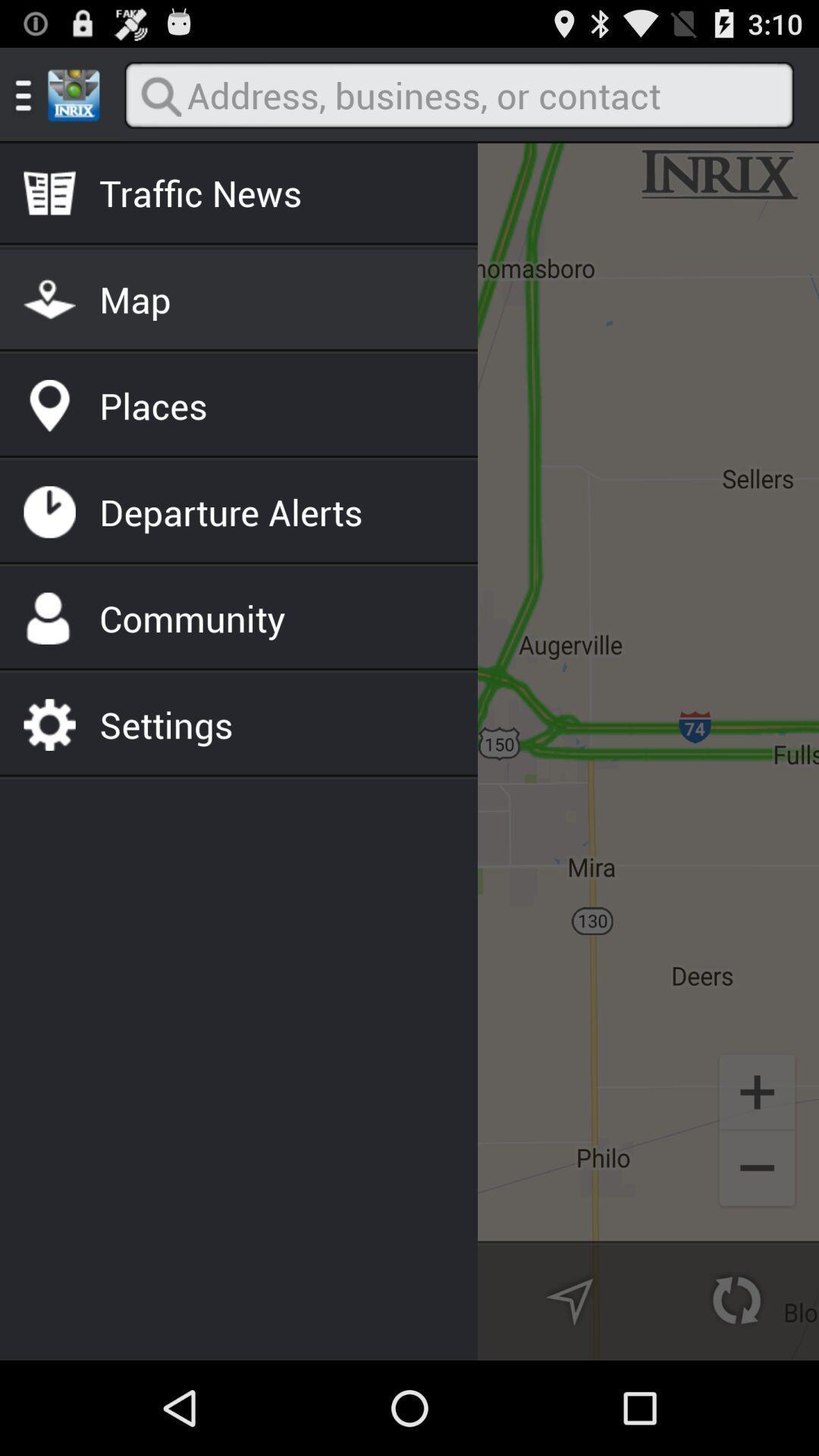 This screenshot has width=819, height=1456. I want to click on the places item, so click(153, 406).